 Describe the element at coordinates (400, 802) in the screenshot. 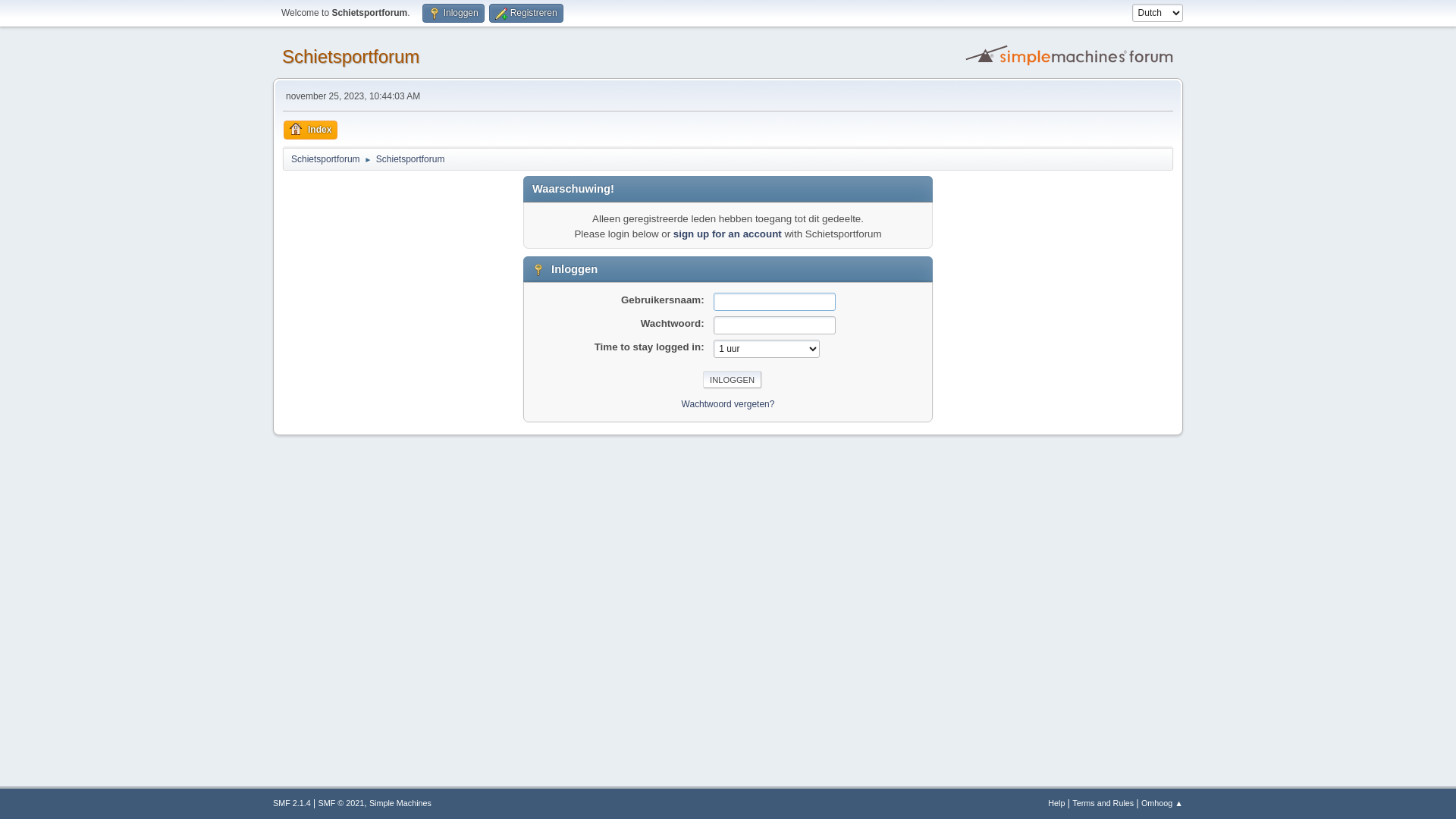

I see `'Simple Machines'` at that location.